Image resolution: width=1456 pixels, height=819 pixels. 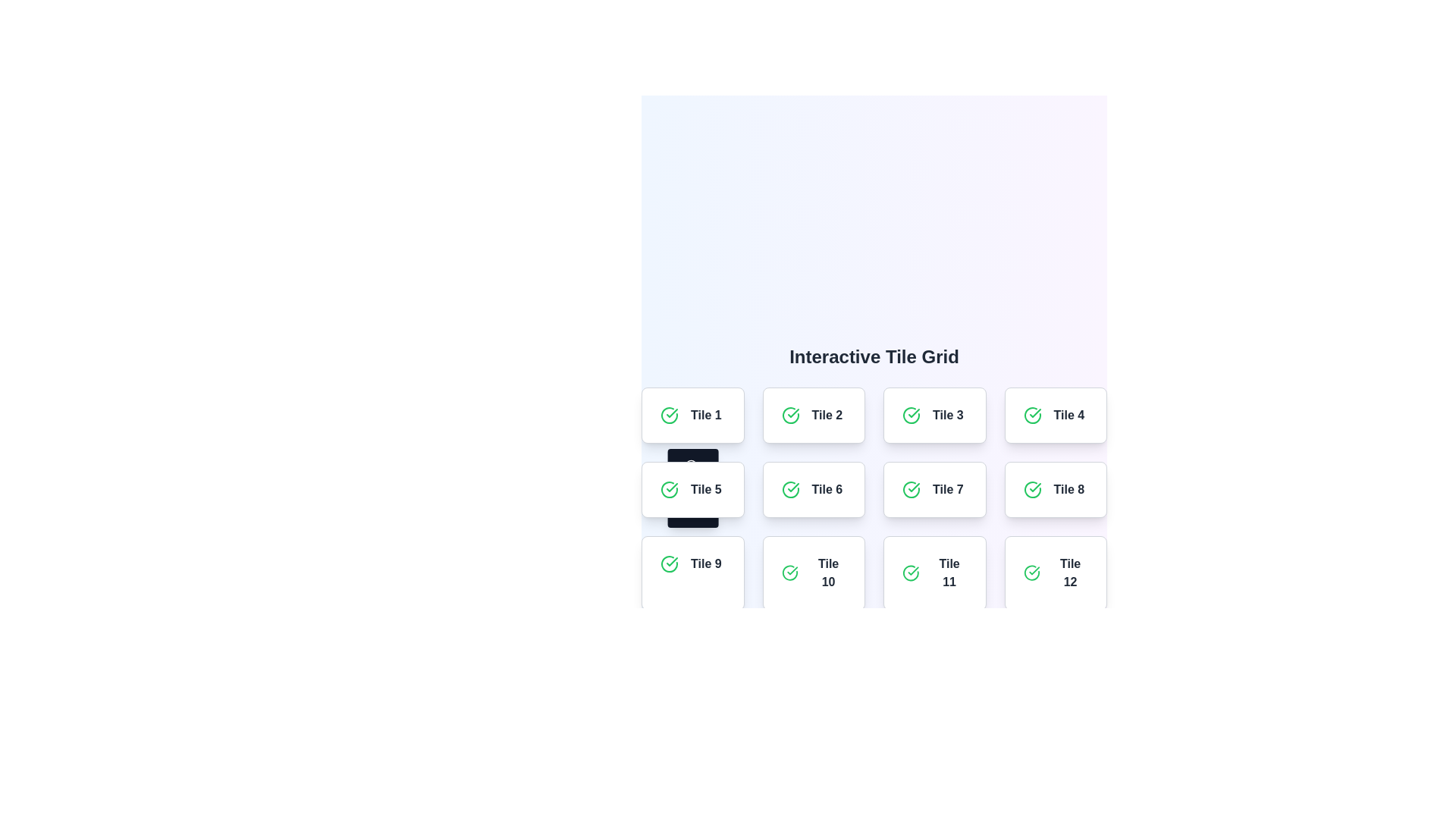 I want to click on the decorative icon indicating the completion or active status of 'Tile 7', which is the first component in the group associated with 'Tile 7', so click(x=910, y=489).